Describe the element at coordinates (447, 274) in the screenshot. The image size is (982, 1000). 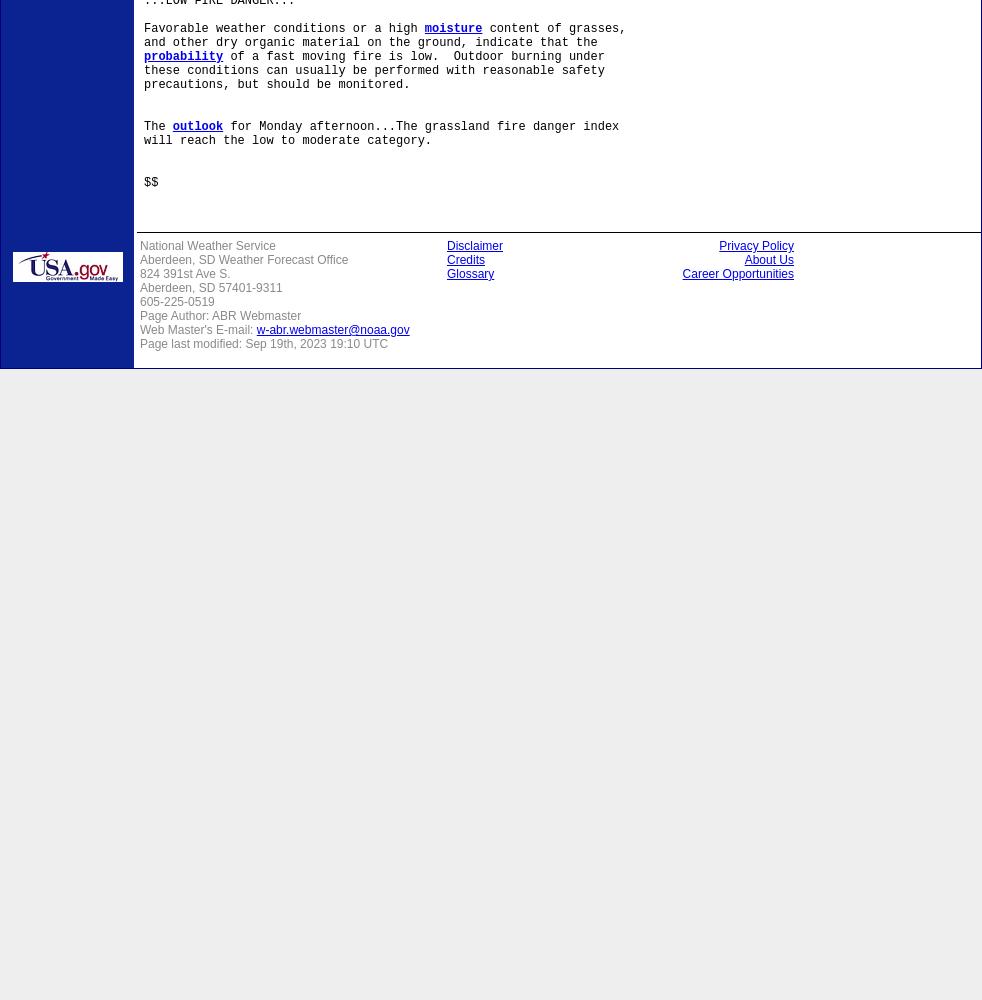
I see `'Glossary'` at that location.